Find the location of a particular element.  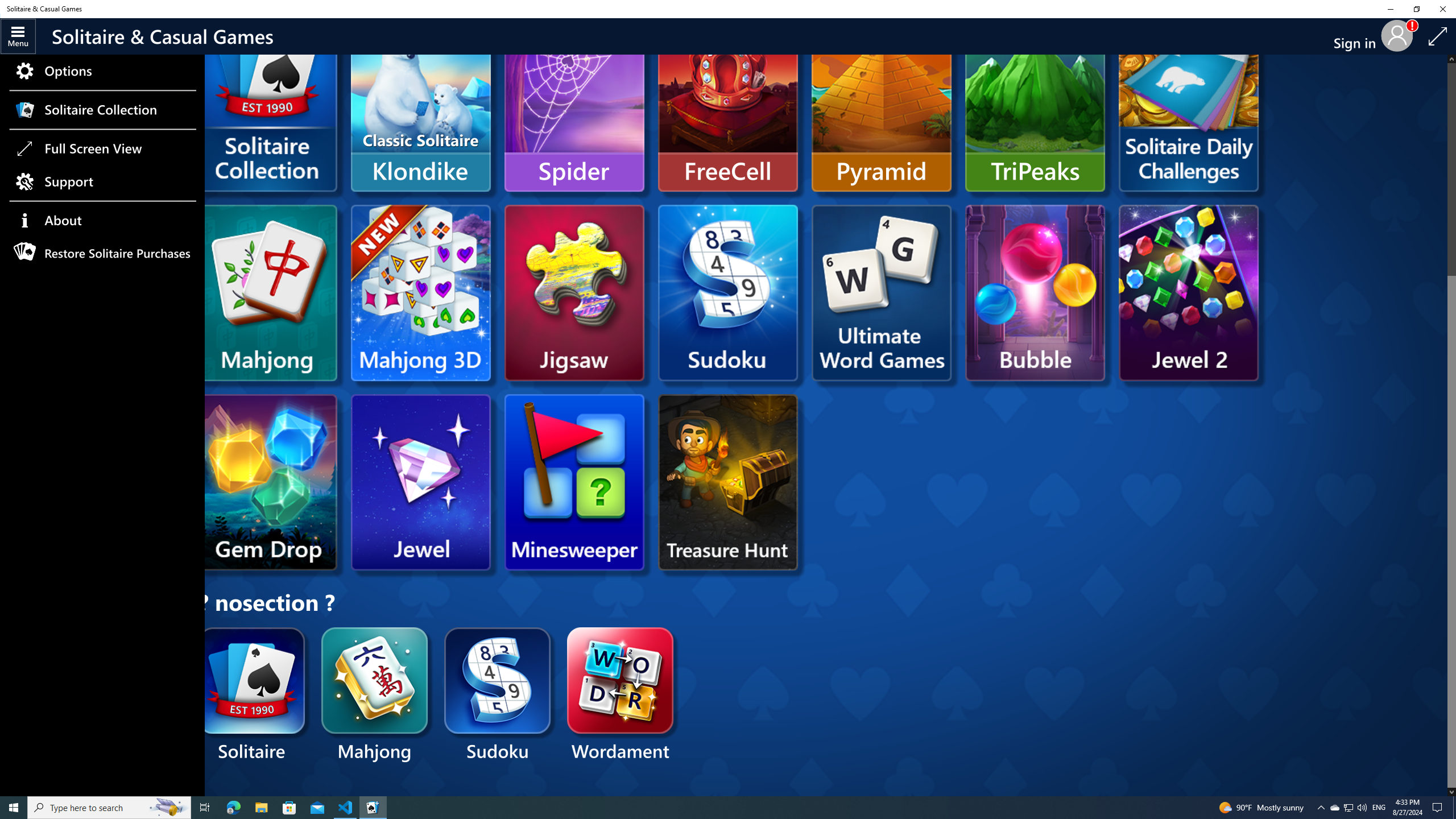

'Microsoft Treasure Hunt' is located at coordinates (728, 482).